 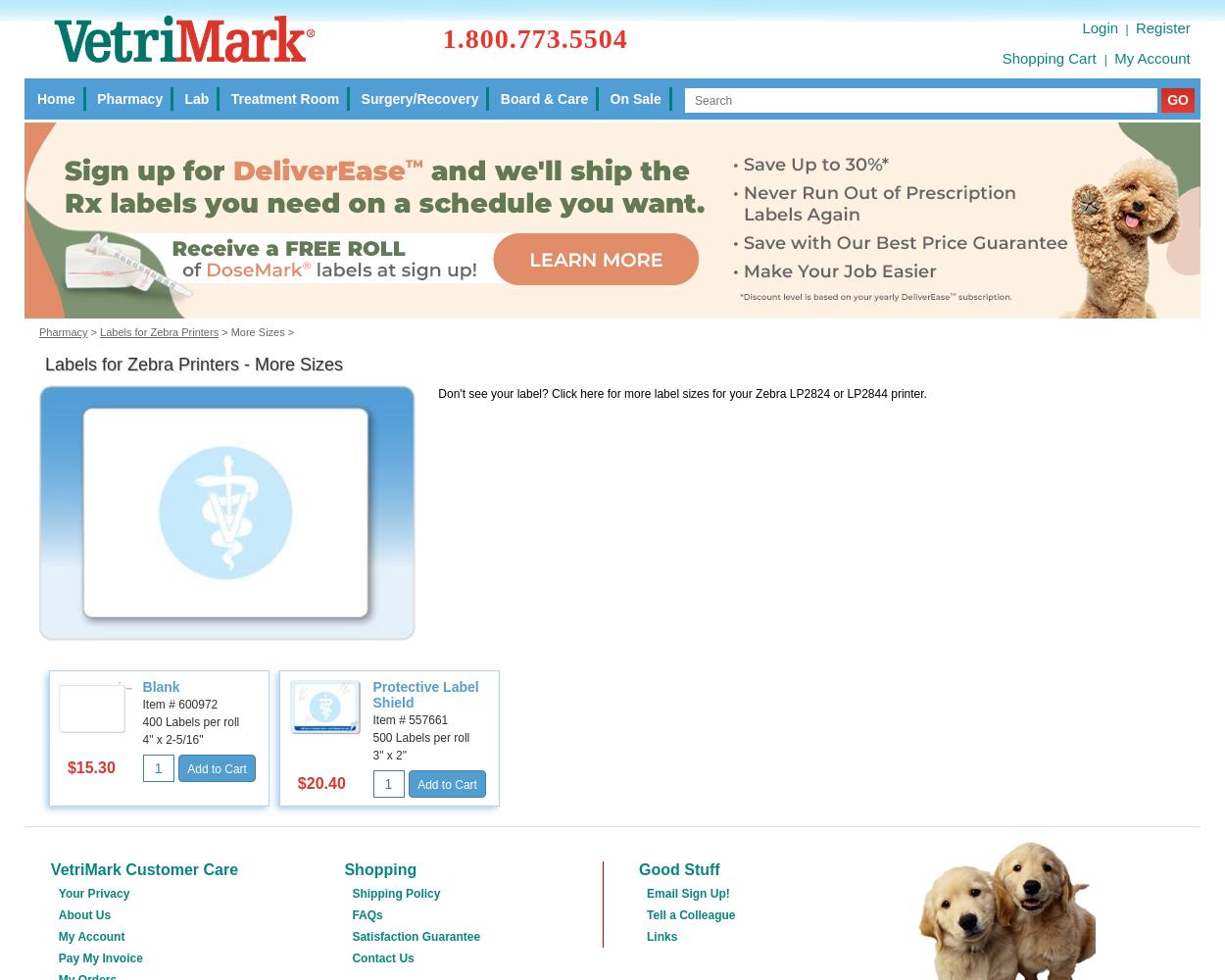 I want to click on '500 Labels per roll', so click(x=372, y=737).